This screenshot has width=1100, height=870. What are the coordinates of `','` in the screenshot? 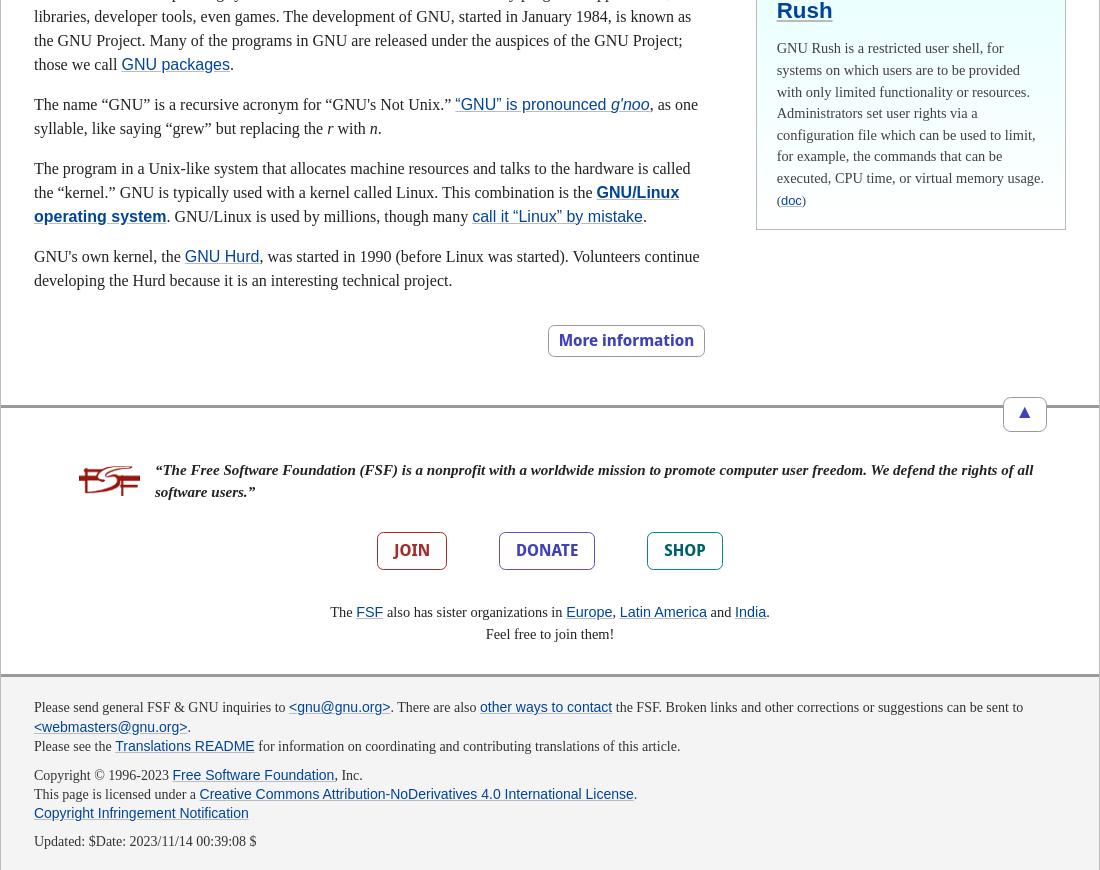 It's located at (614, 610).